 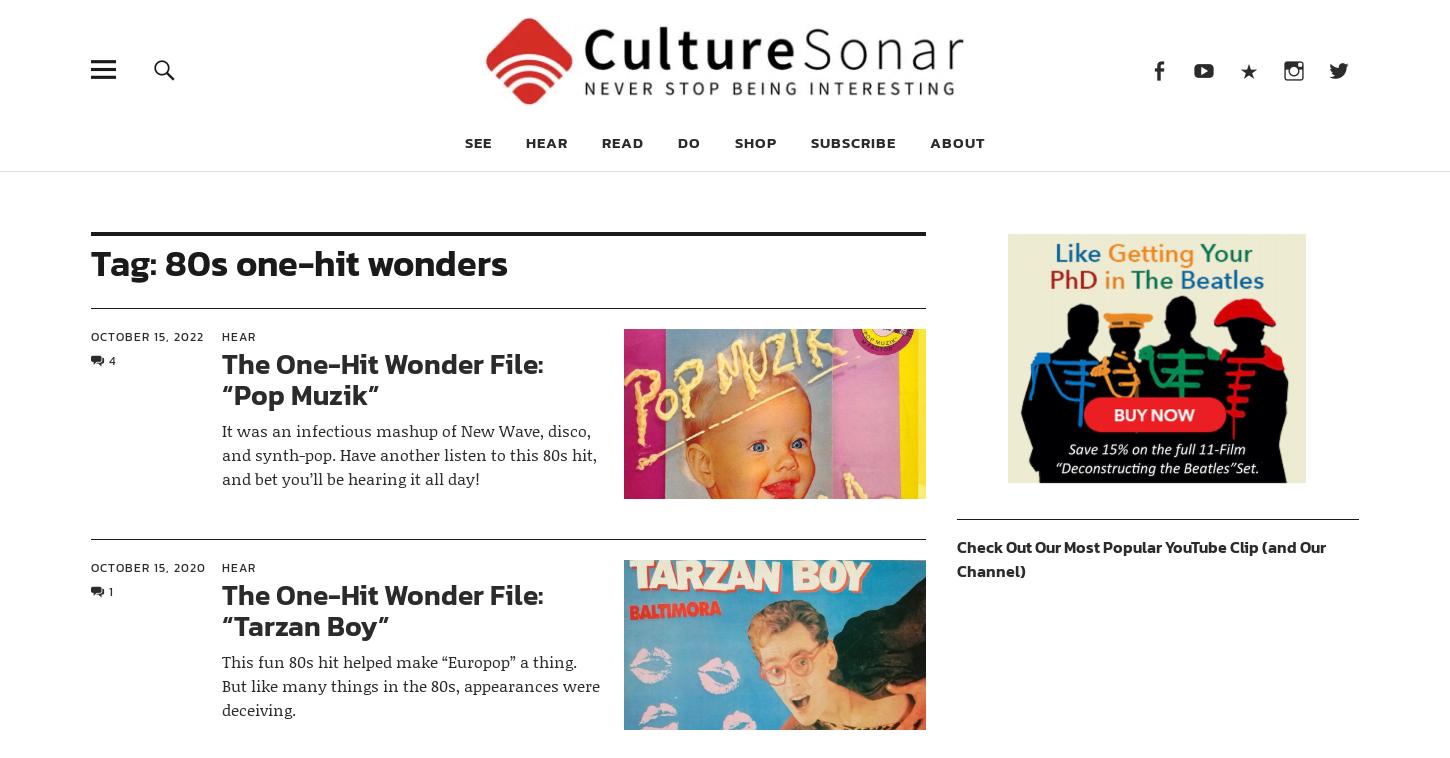 What do you see at coordinates (687, 140) in the screenshot?
I see `'Do'` at bounding box center [687, 140].